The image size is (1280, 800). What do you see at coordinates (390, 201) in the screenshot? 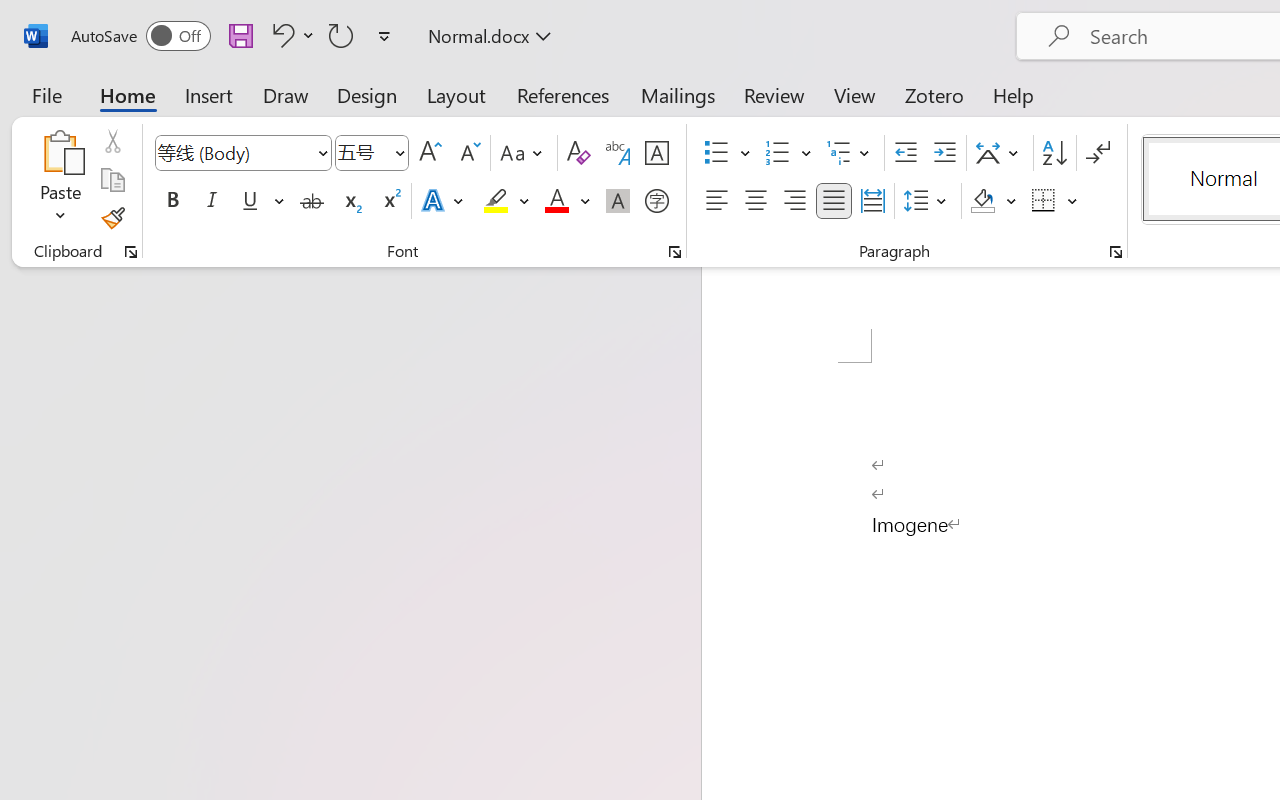
I see `'Superscript'` at bounding box center [390, 201].